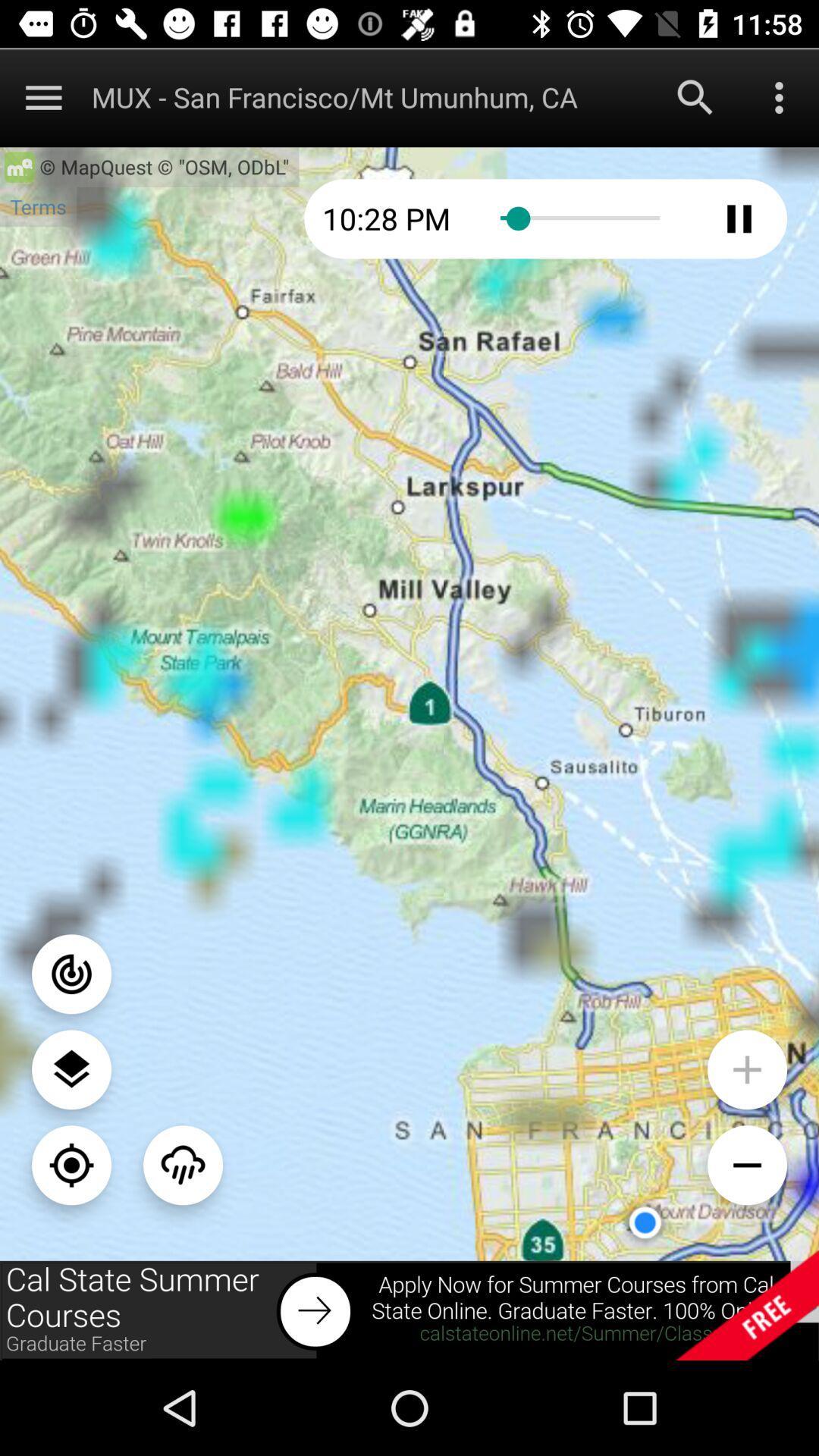 This screenshot has width=819, height=1456. I want to click on more settings, so click(779, 96).